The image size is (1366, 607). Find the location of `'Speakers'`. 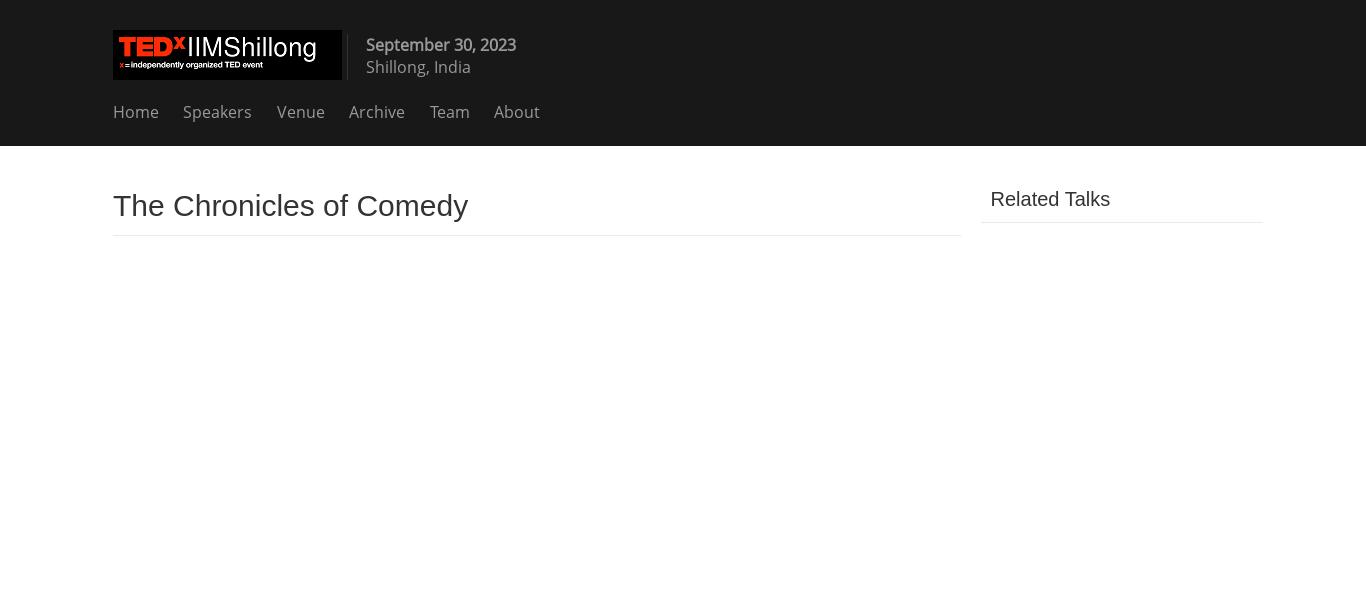

'Speakers' is located at coordinates (216, 110).